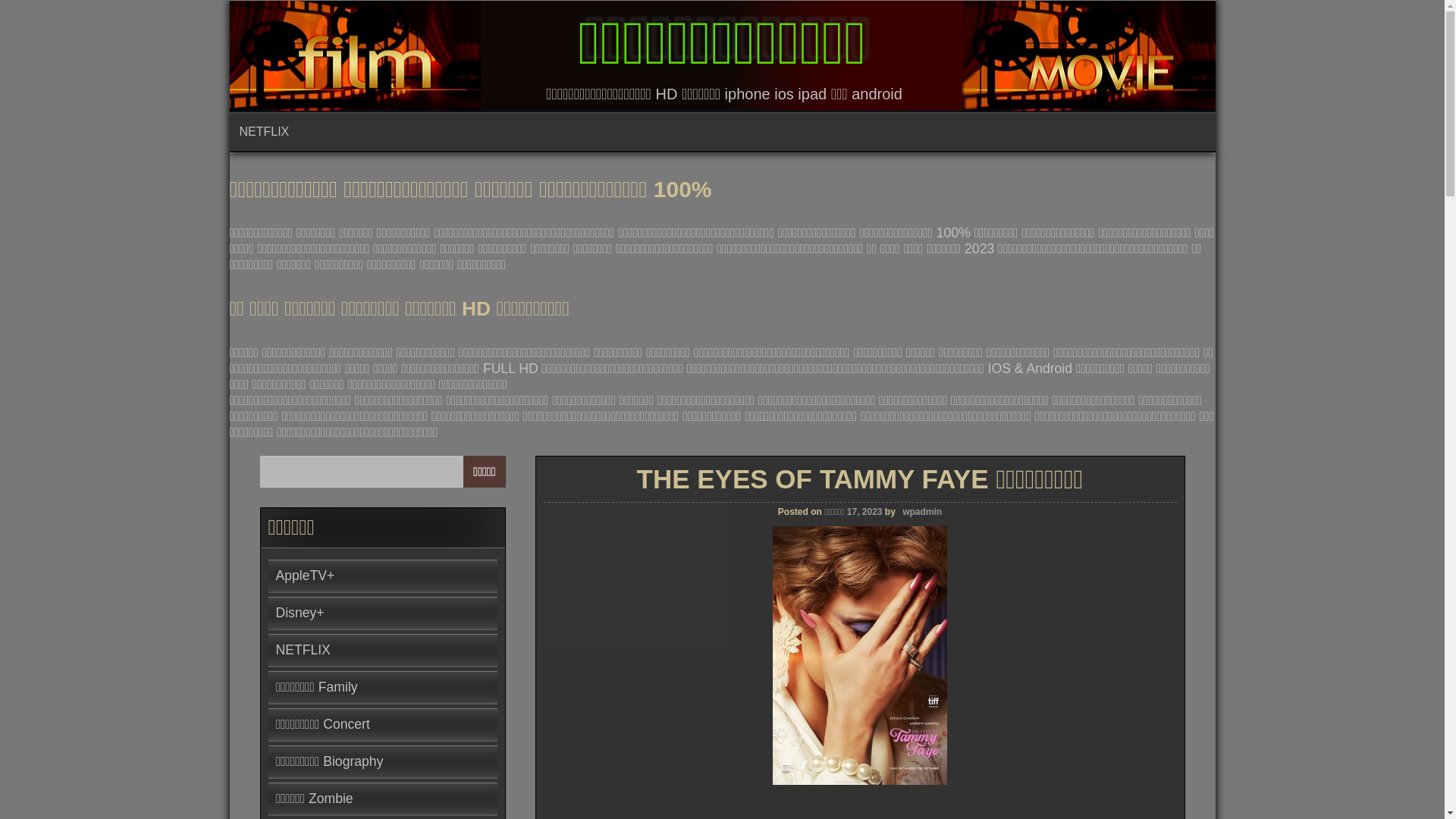  What do you see at coordinates (268, 130) in the screenshot?
I see `'NETFLIX'` at bounding box center [268, 130].